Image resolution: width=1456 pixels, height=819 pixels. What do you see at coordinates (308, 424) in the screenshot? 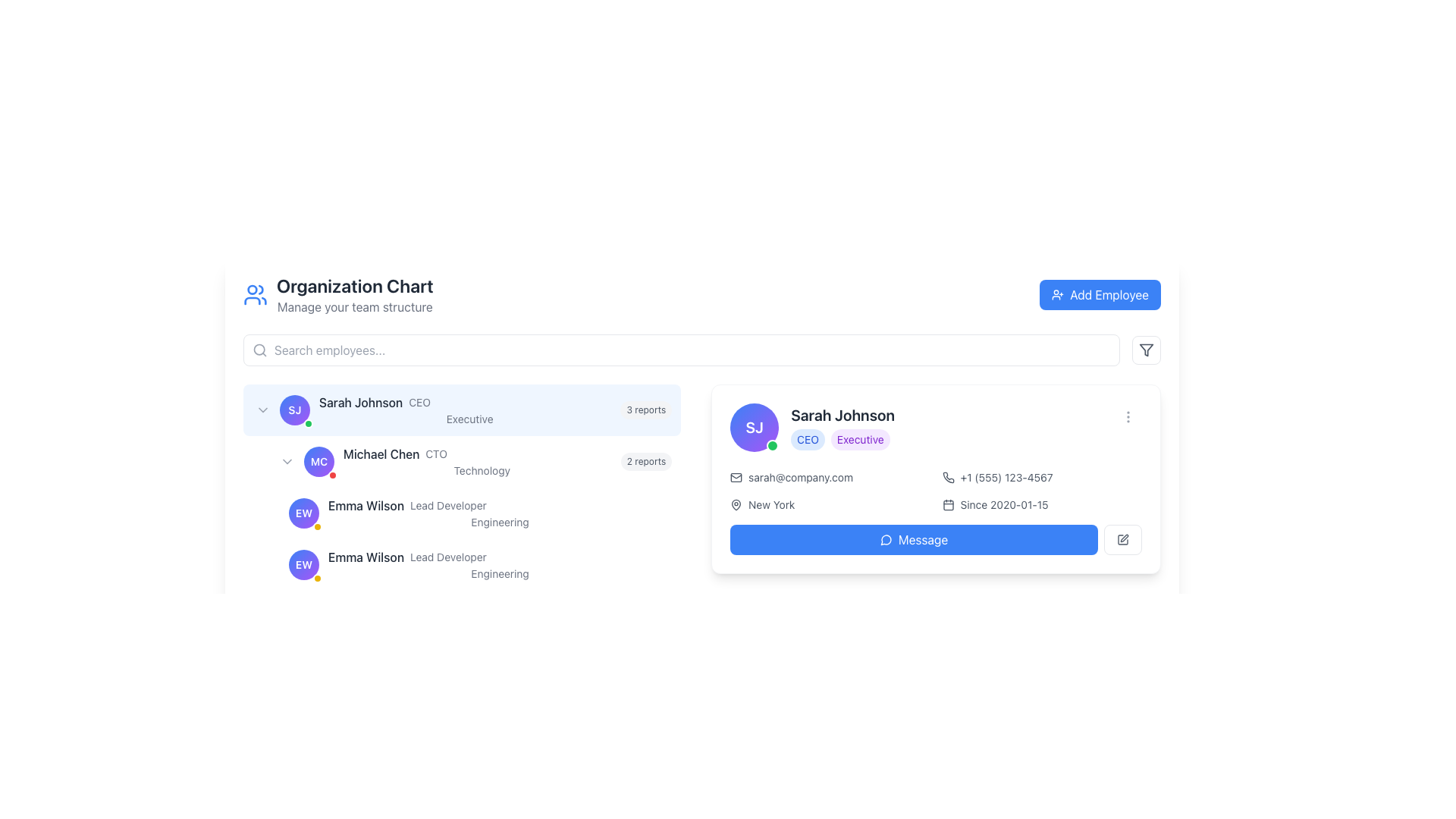
I see `the Indicator Badge located at the bottom-right corner of the circular avatar labeled 'SJ' in the list of employee profiles` at bounding box center [308, 424].